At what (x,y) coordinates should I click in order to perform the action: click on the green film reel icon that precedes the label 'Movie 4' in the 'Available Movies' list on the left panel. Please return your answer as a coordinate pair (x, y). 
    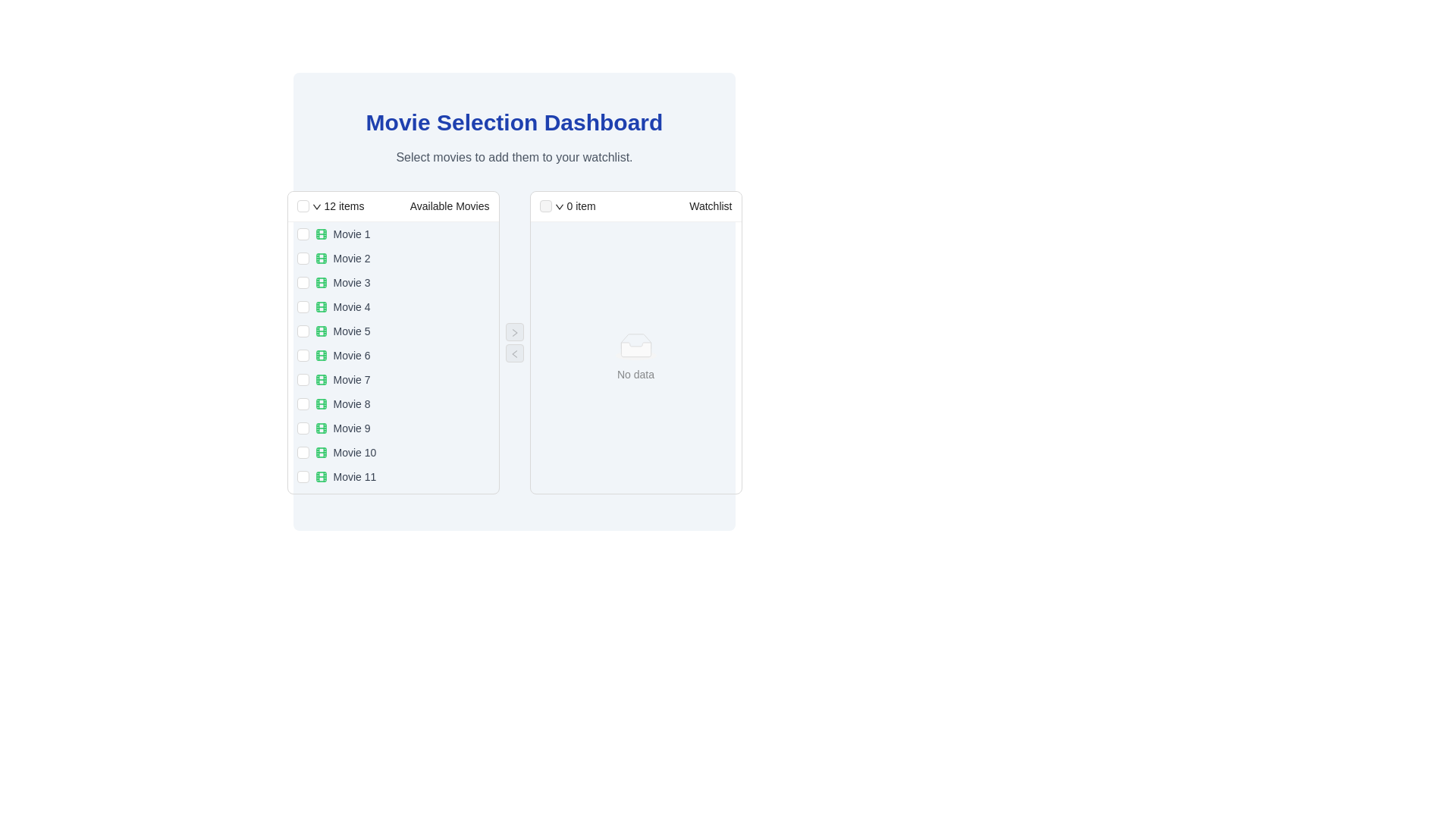
    Looking at the image, I should click on (320, 307).